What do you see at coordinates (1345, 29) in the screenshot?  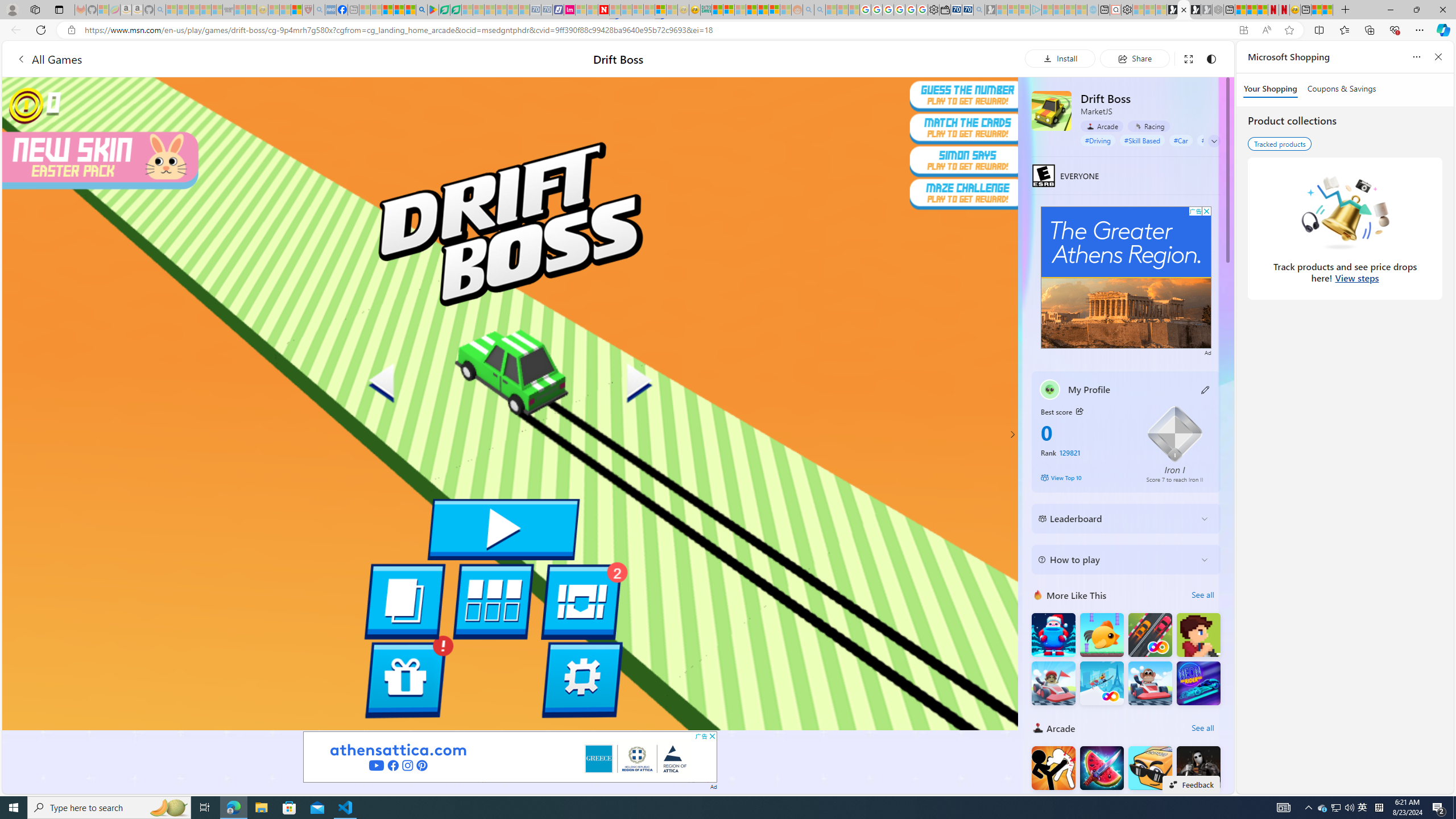 I see `'Favorites'` at bounding box center [1345, 29].